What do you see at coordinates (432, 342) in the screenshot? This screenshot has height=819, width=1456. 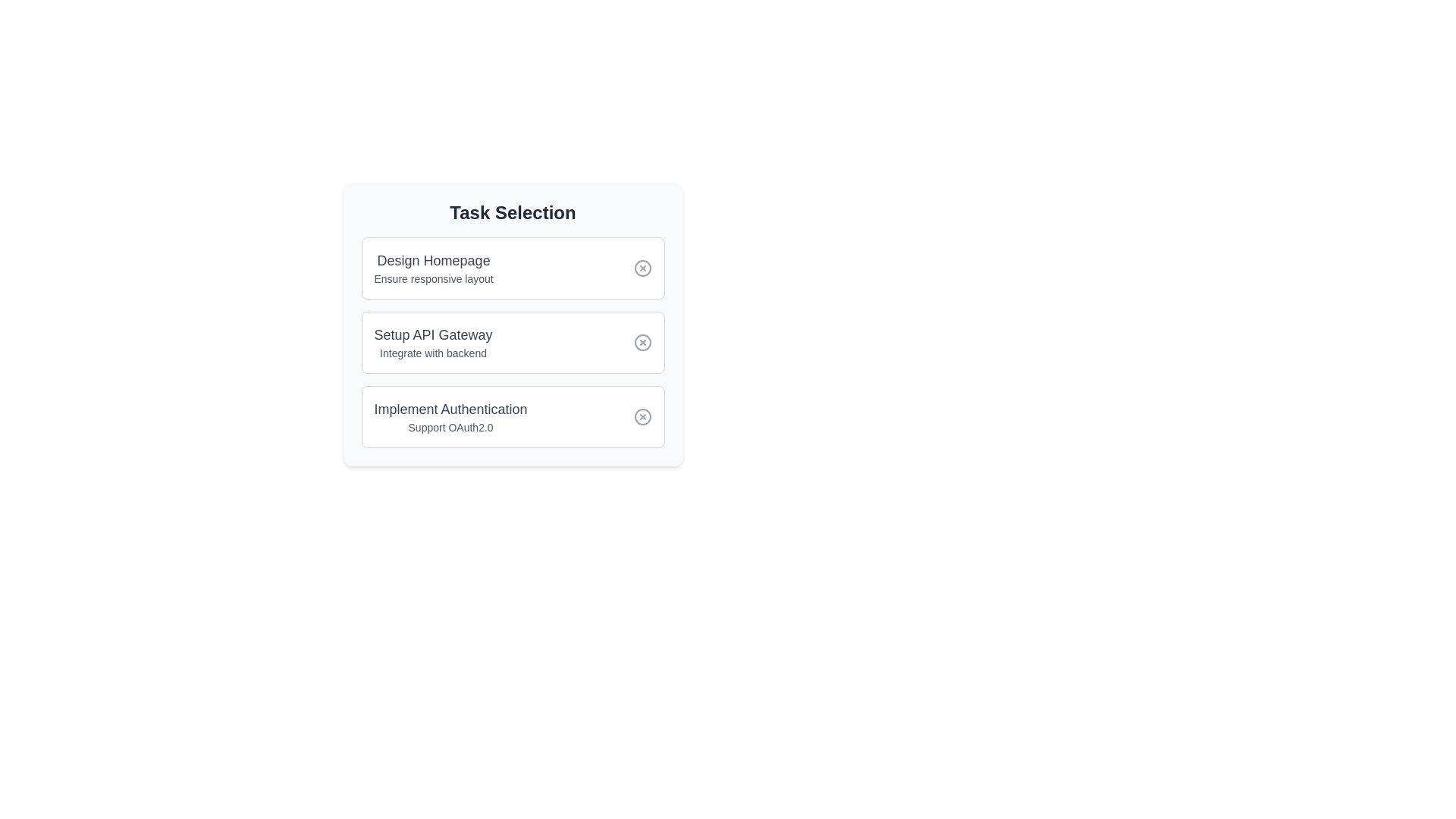 I see `the text element for the task 'Setup API Gateway' which is the second option in a list` at bounding box center [432, 342].